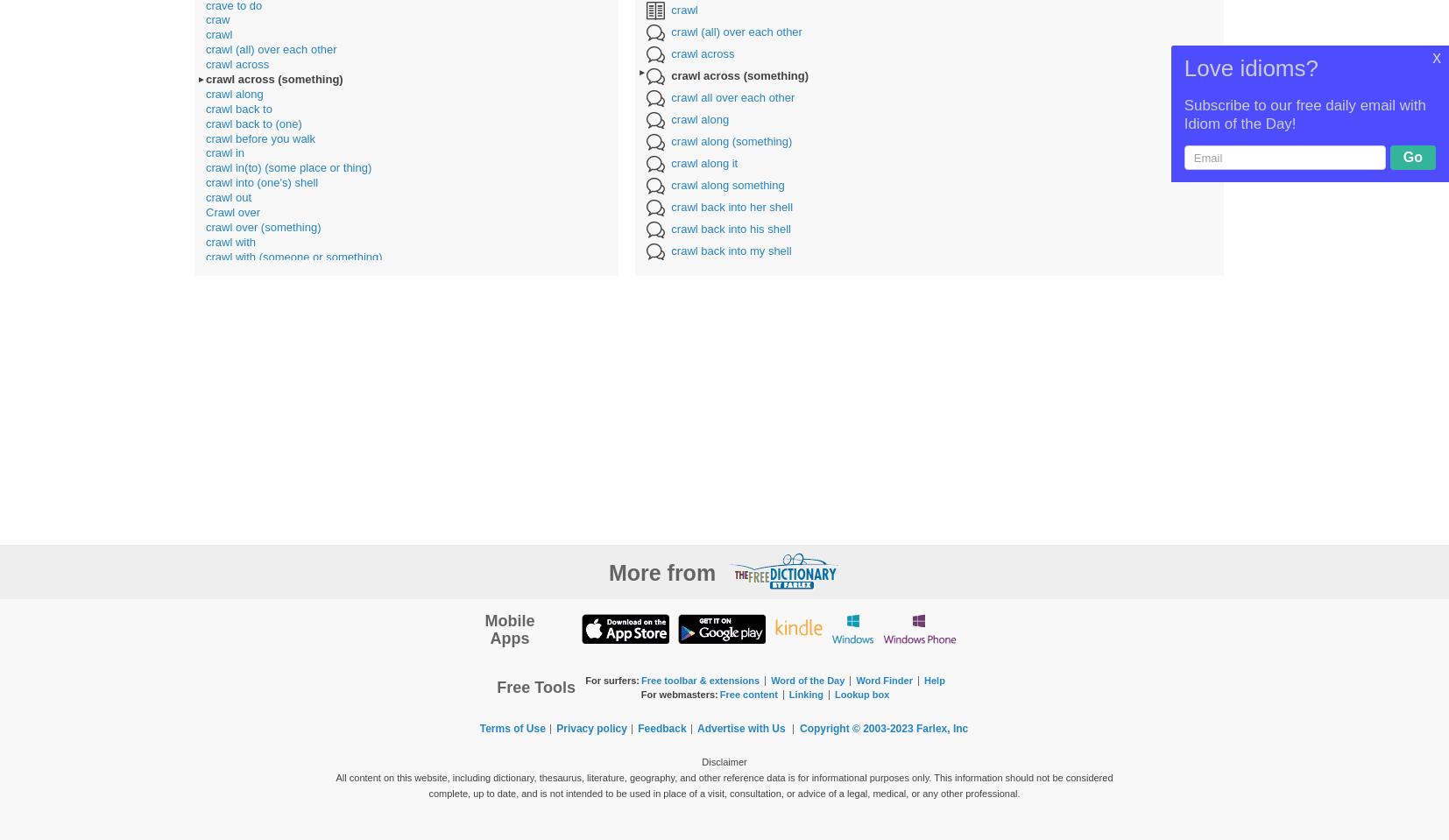  What do you see at coordinates (724, 784) in the screenshot?
I see `'All content on this website, including dictionary, thesaurus, literature, geography, and other reference data is for informational purposes only. This information should not be considered complete, up to date, and is not intended to be used in place of a visit, consultation, or advice of a legal, medical, or any other professional.'` at bounding box center [724, 784].